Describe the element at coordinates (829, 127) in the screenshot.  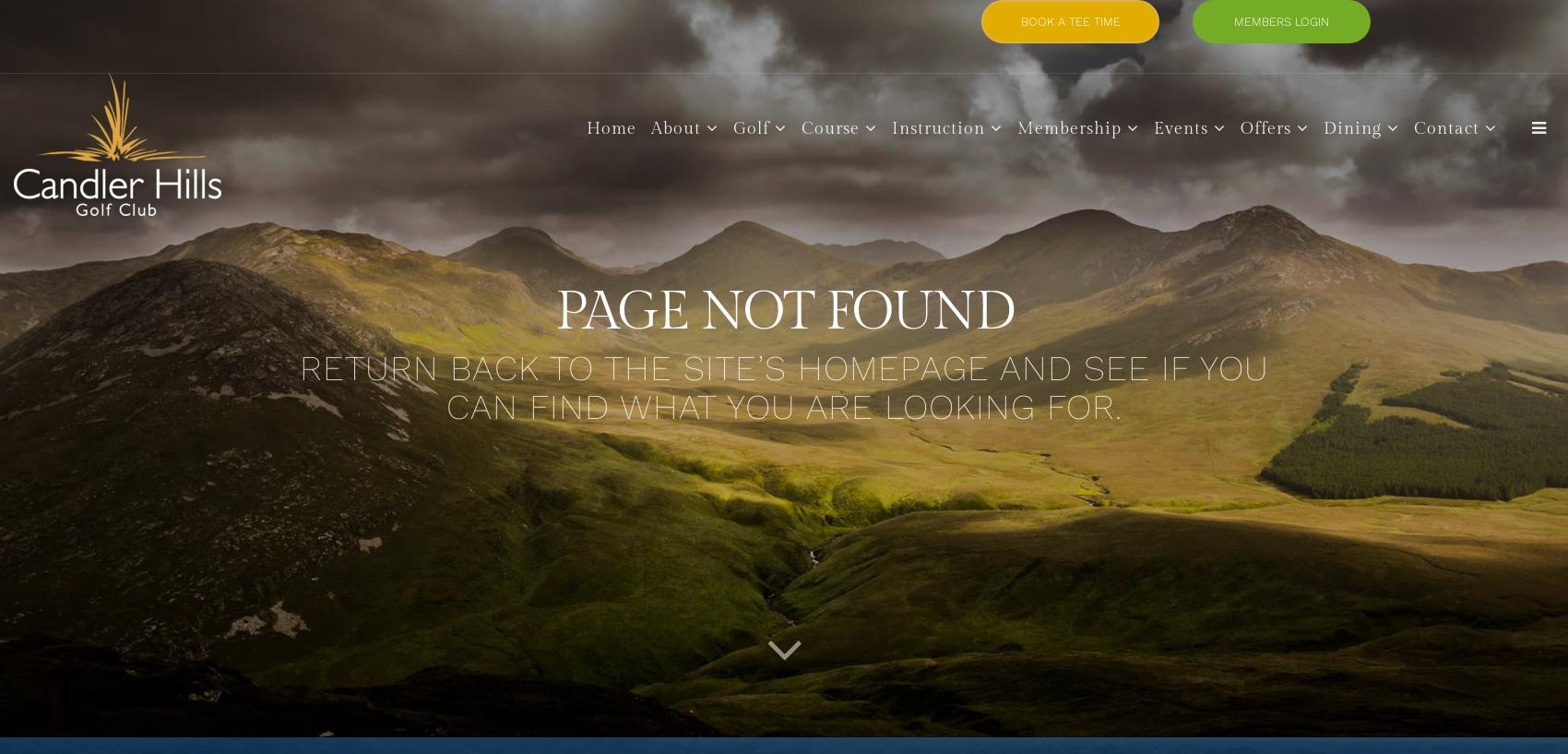
I see `'Course'` at that location.